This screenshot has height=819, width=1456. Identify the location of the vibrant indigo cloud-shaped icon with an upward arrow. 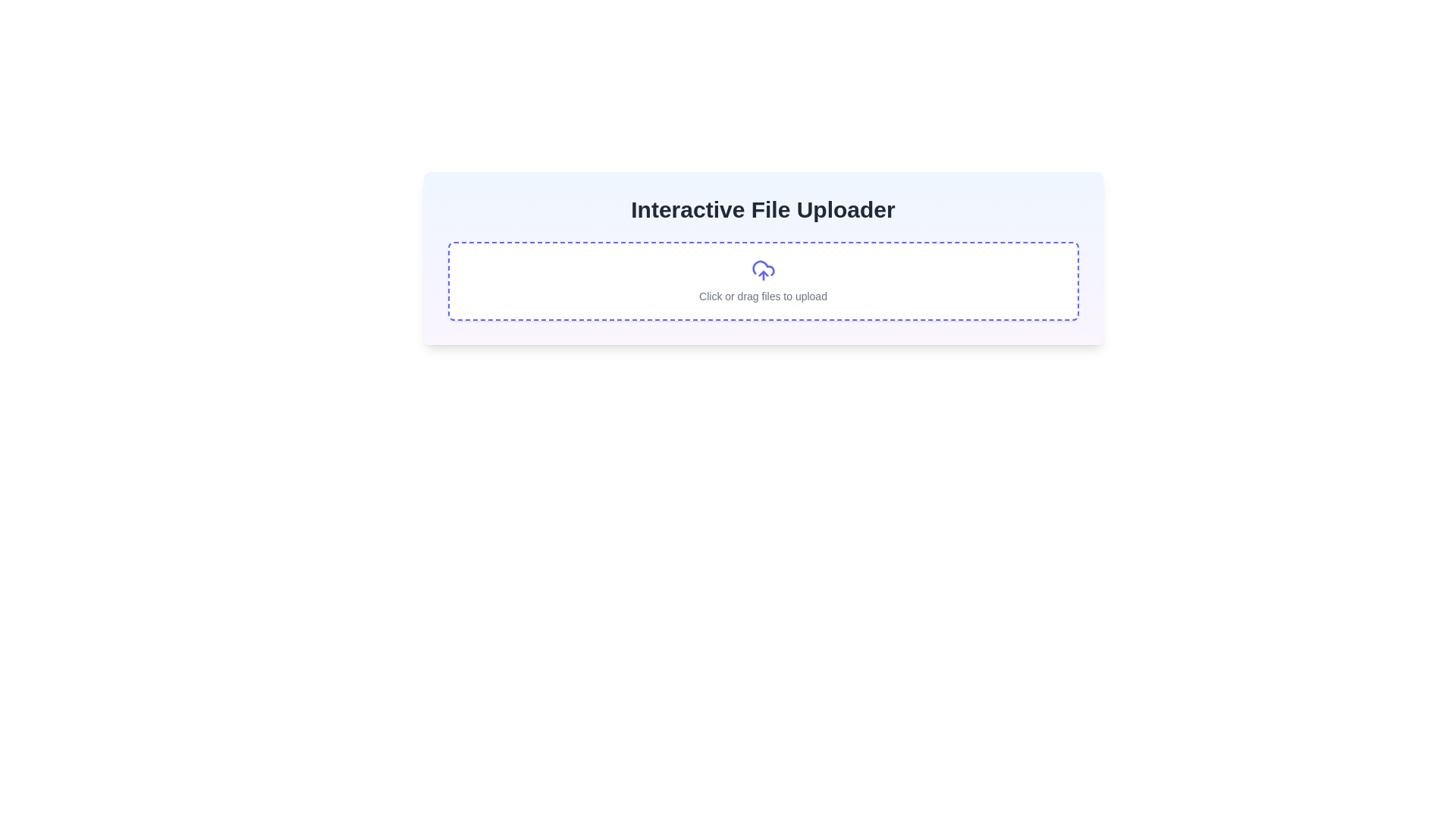
(763, 270).